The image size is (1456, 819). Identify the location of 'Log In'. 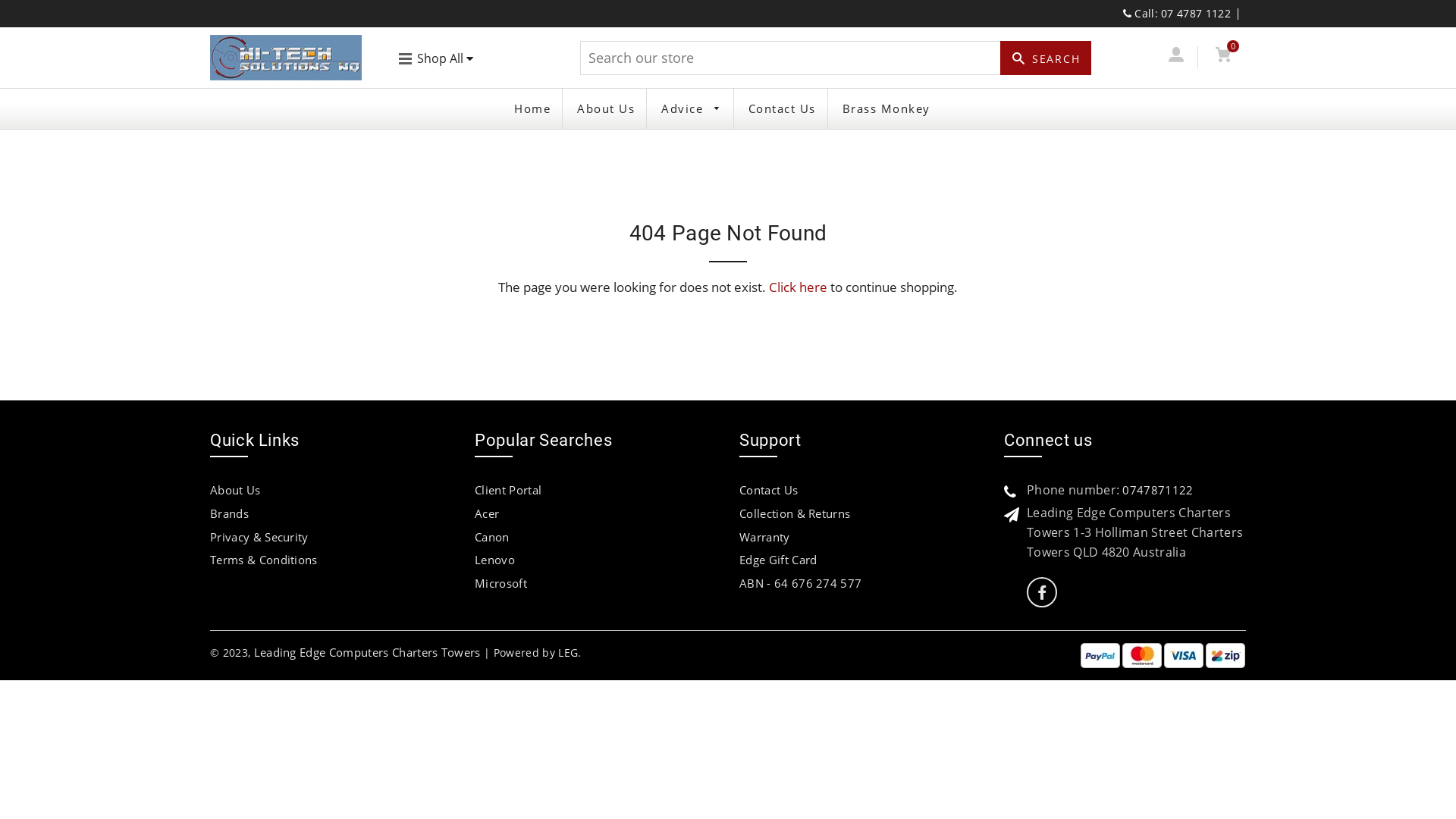
(1175, 56).